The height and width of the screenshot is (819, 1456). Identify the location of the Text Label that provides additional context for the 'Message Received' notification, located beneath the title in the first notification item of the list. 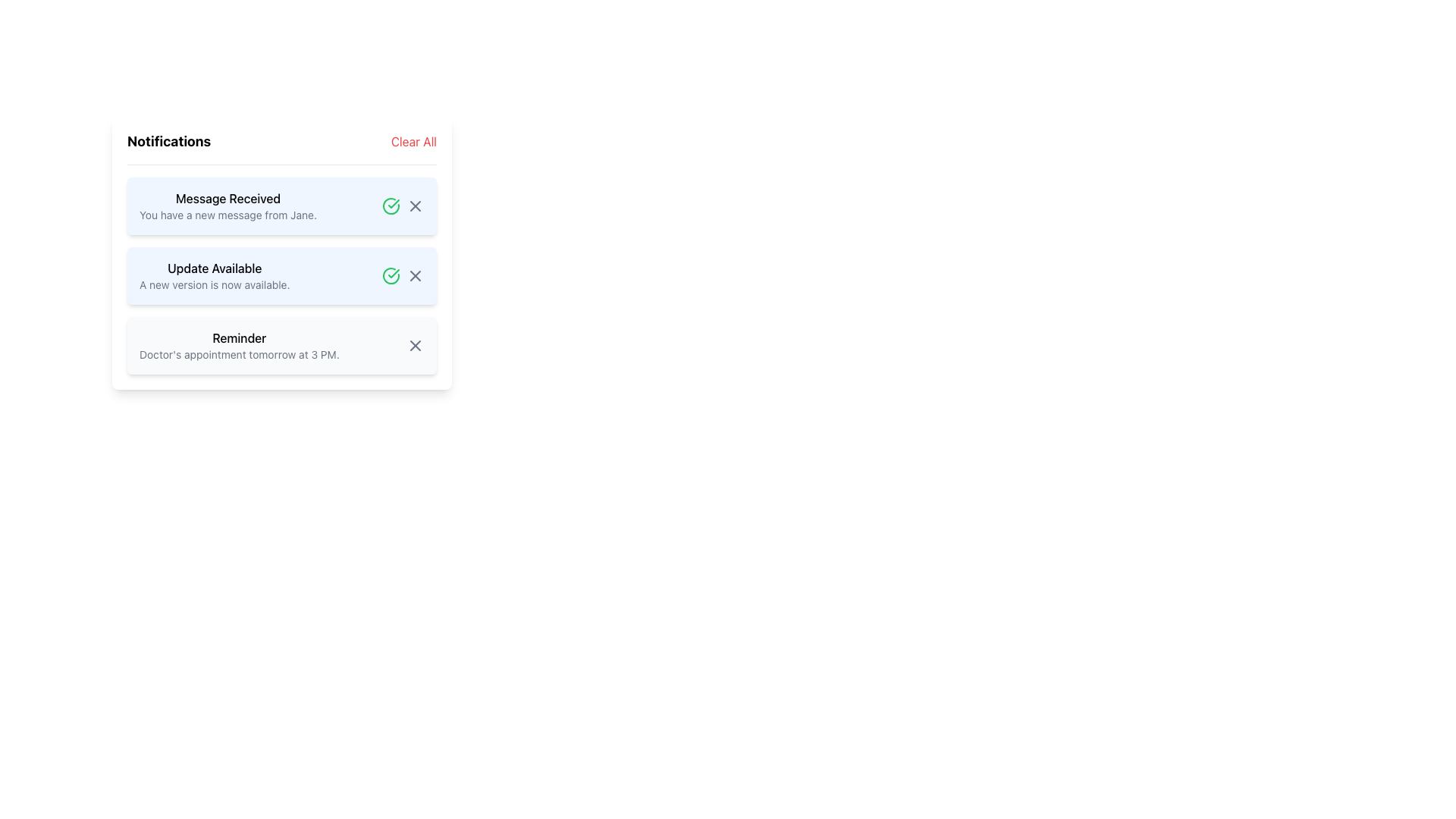
(227, 215).